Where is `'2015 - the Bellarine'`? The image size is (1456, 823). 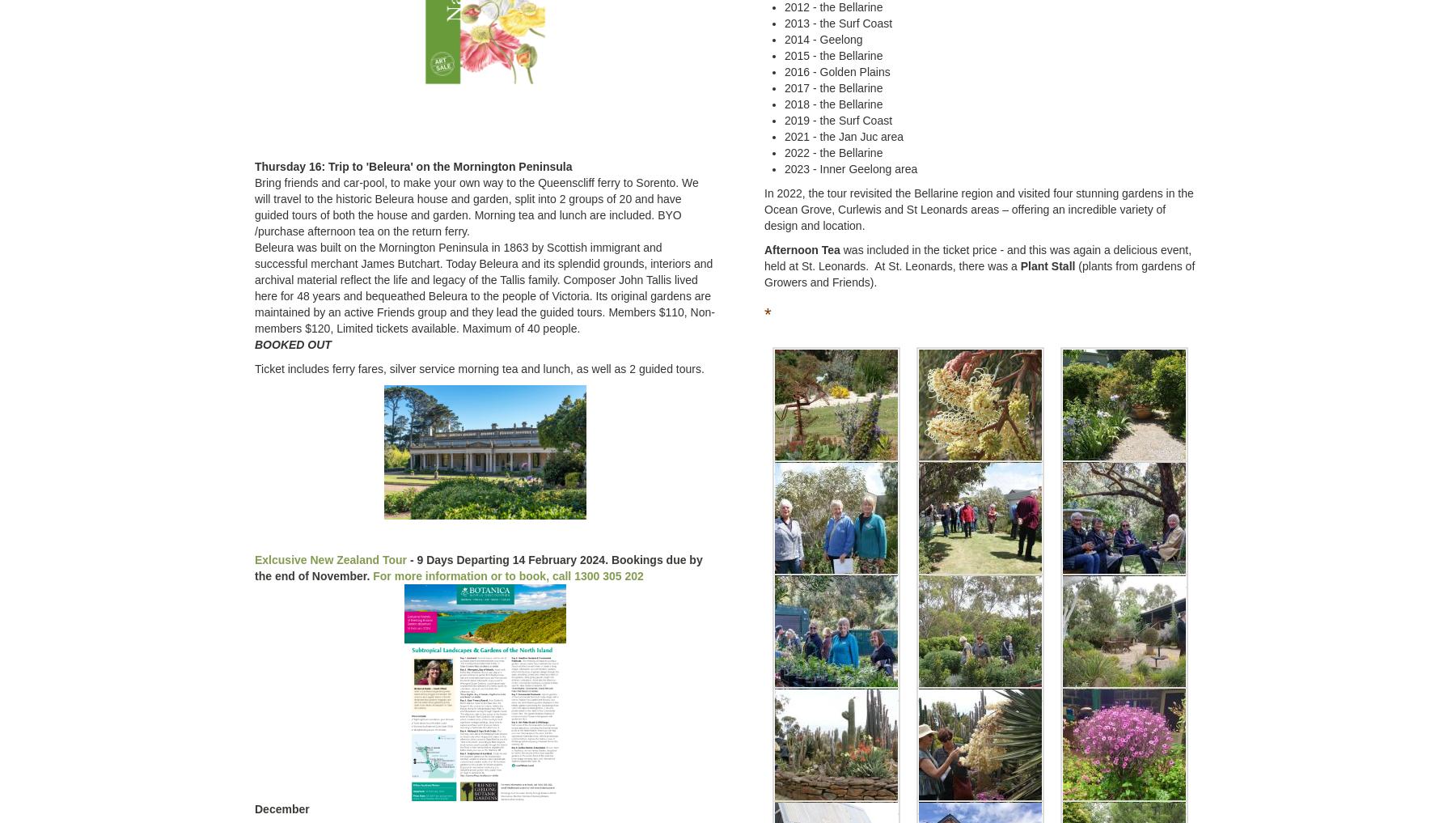 '2015 - the Bellarine' is located at coordinates (833, 55).